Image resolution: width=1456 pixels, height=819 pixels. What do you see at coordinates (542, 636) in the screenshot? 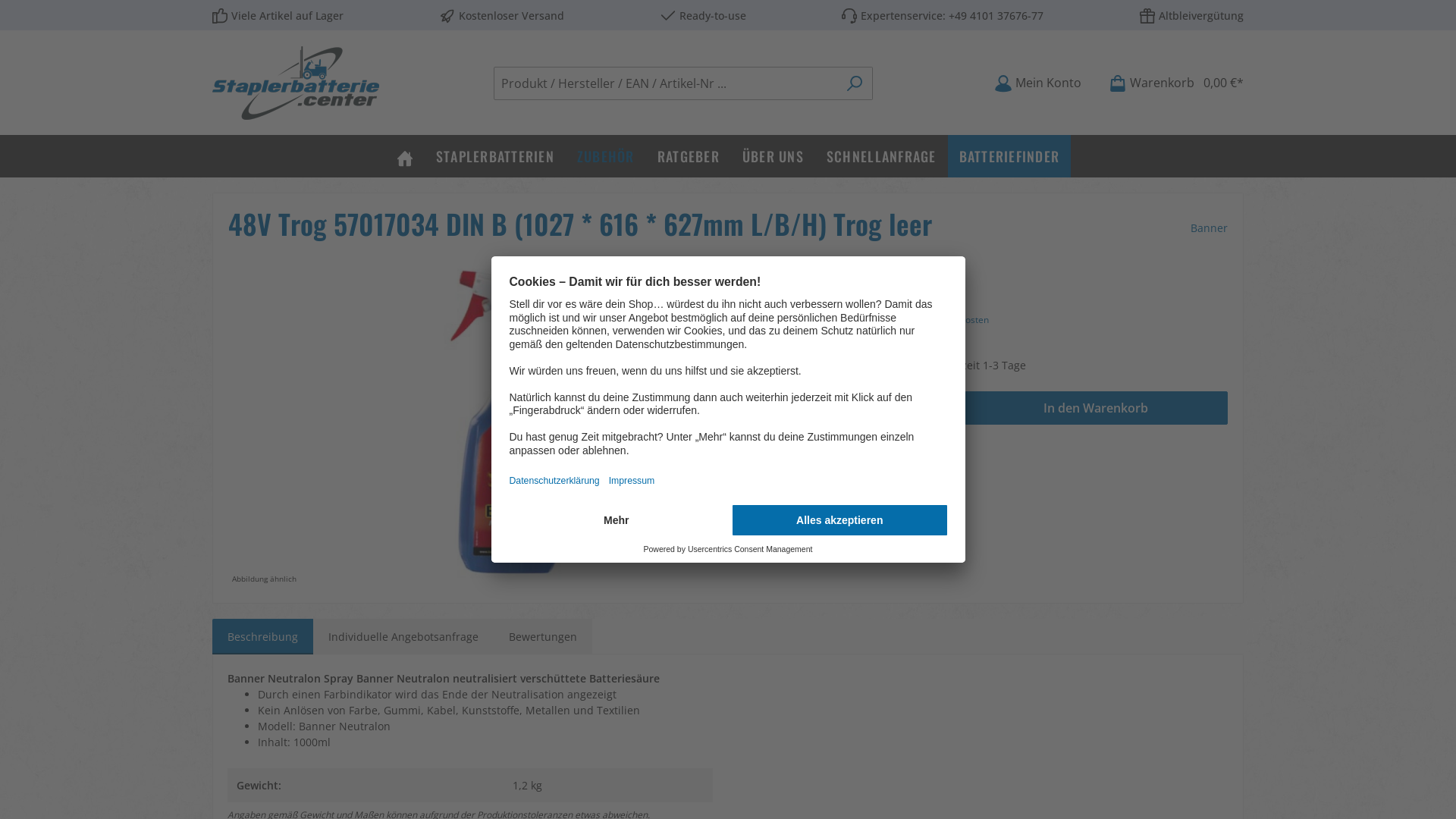
I see `'Bewertungen'` at bounding box center [542, 636].